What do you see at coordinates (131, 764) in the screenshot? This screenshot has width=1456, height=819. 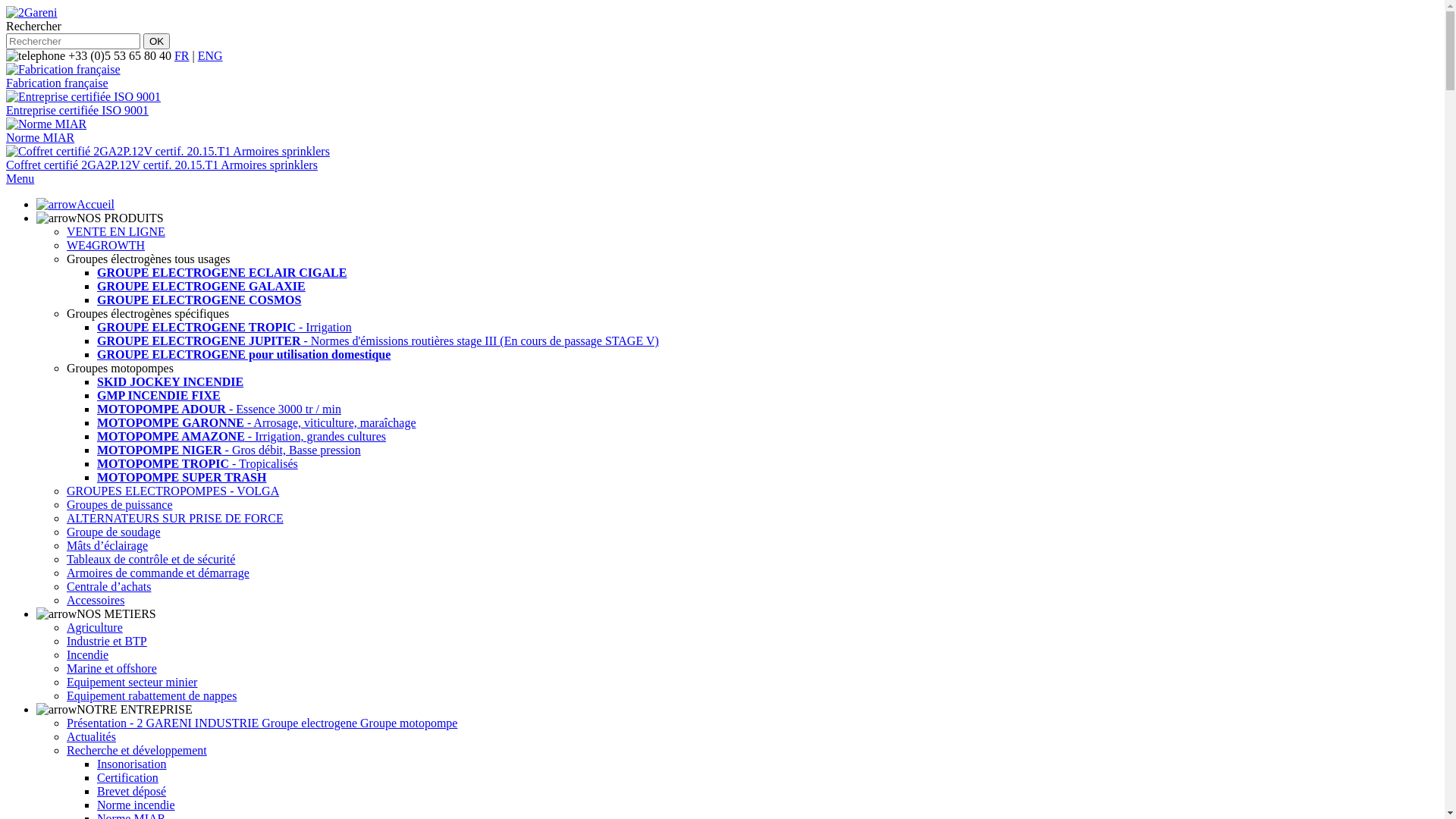 I see `'Insonorisation'` at bounding box center [131, 764].